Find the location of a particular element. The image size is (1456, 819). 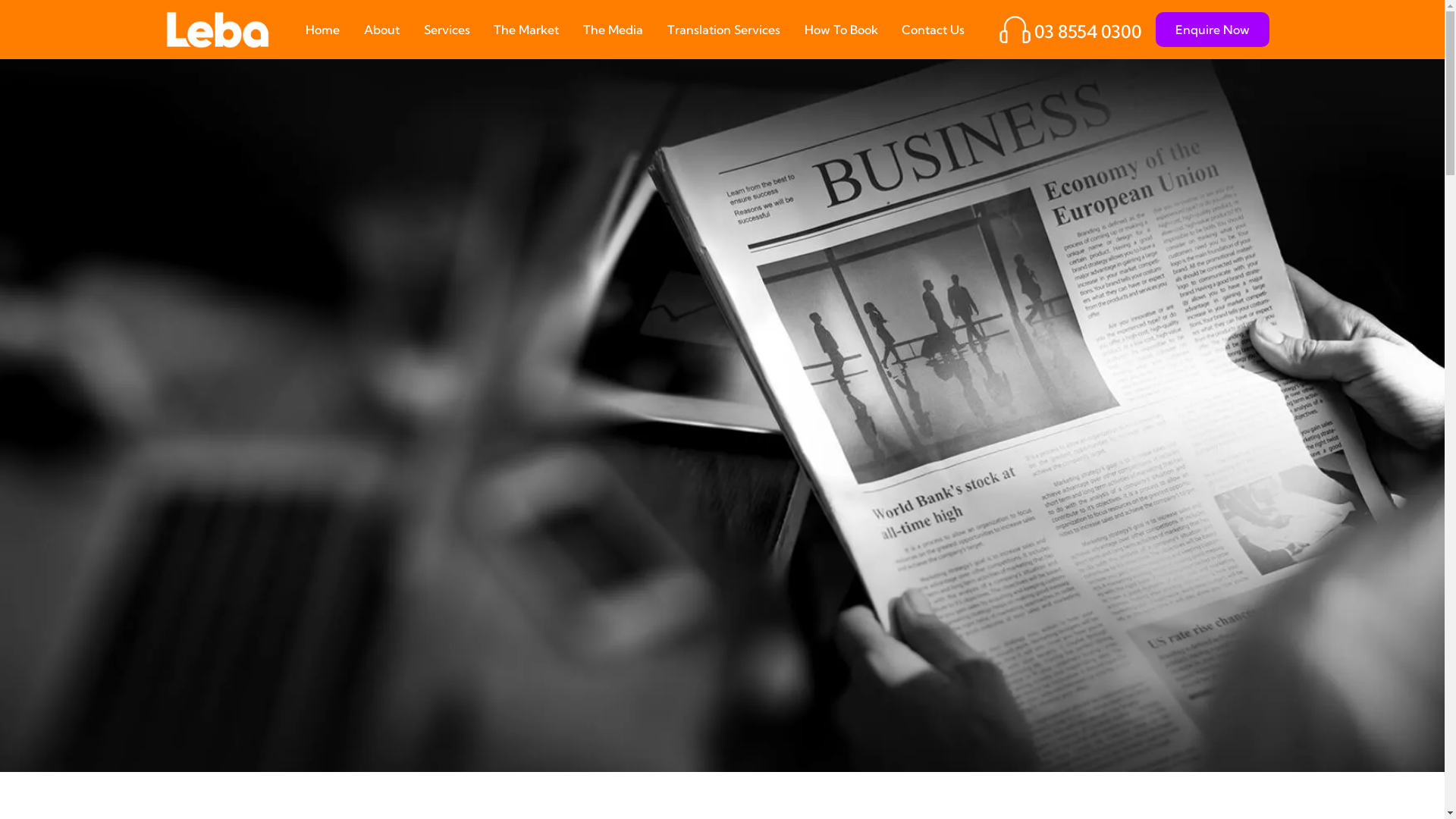

'How To Book' is located at coordinates (840, 29).